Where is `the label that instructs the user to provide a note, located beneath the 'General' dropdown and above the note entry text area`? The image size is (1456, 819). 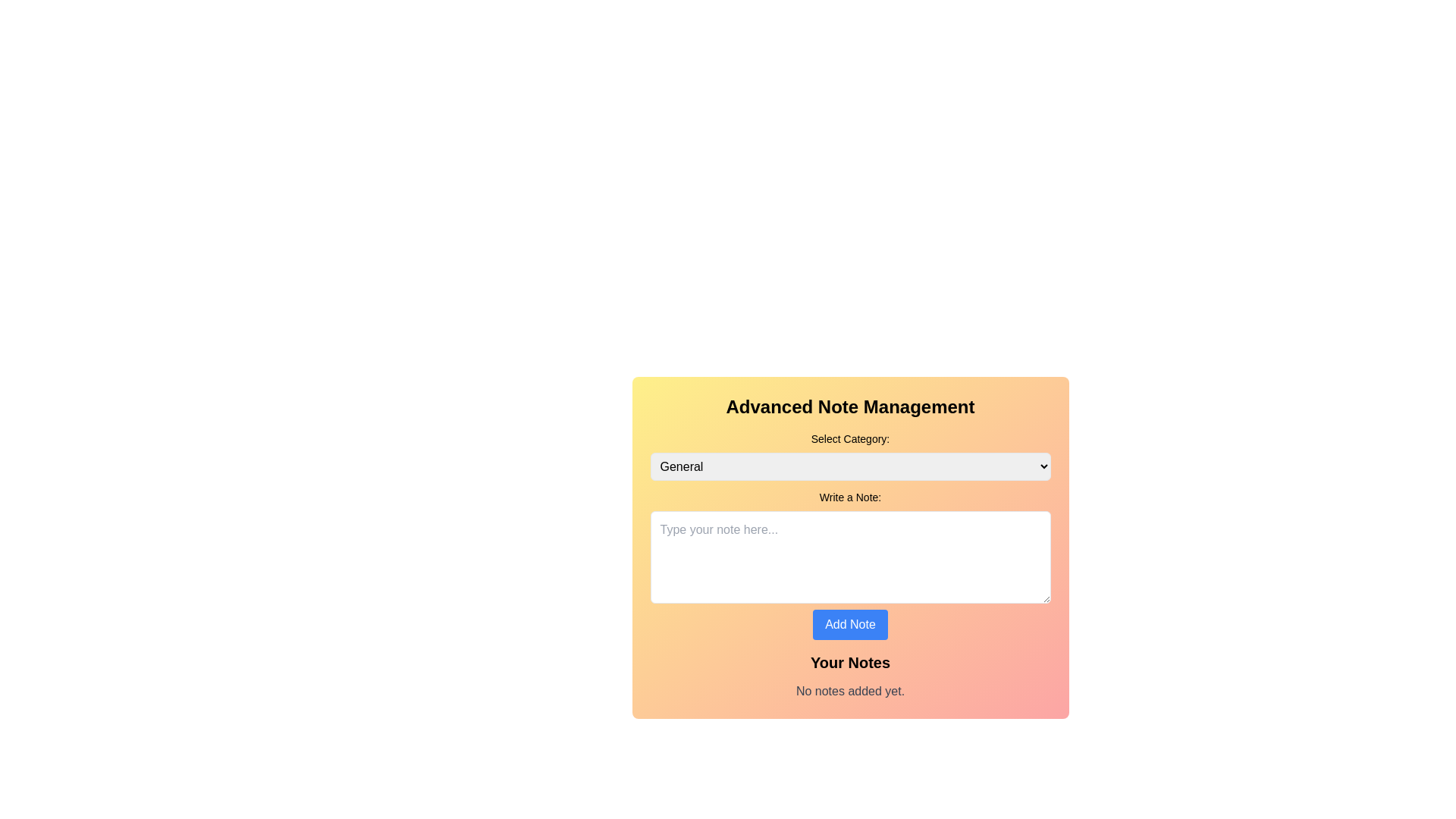 the label that instructs the user to provide a note, located beneath the 'General' dropdown and above the note entry text area is located at coordinates (850, 497).